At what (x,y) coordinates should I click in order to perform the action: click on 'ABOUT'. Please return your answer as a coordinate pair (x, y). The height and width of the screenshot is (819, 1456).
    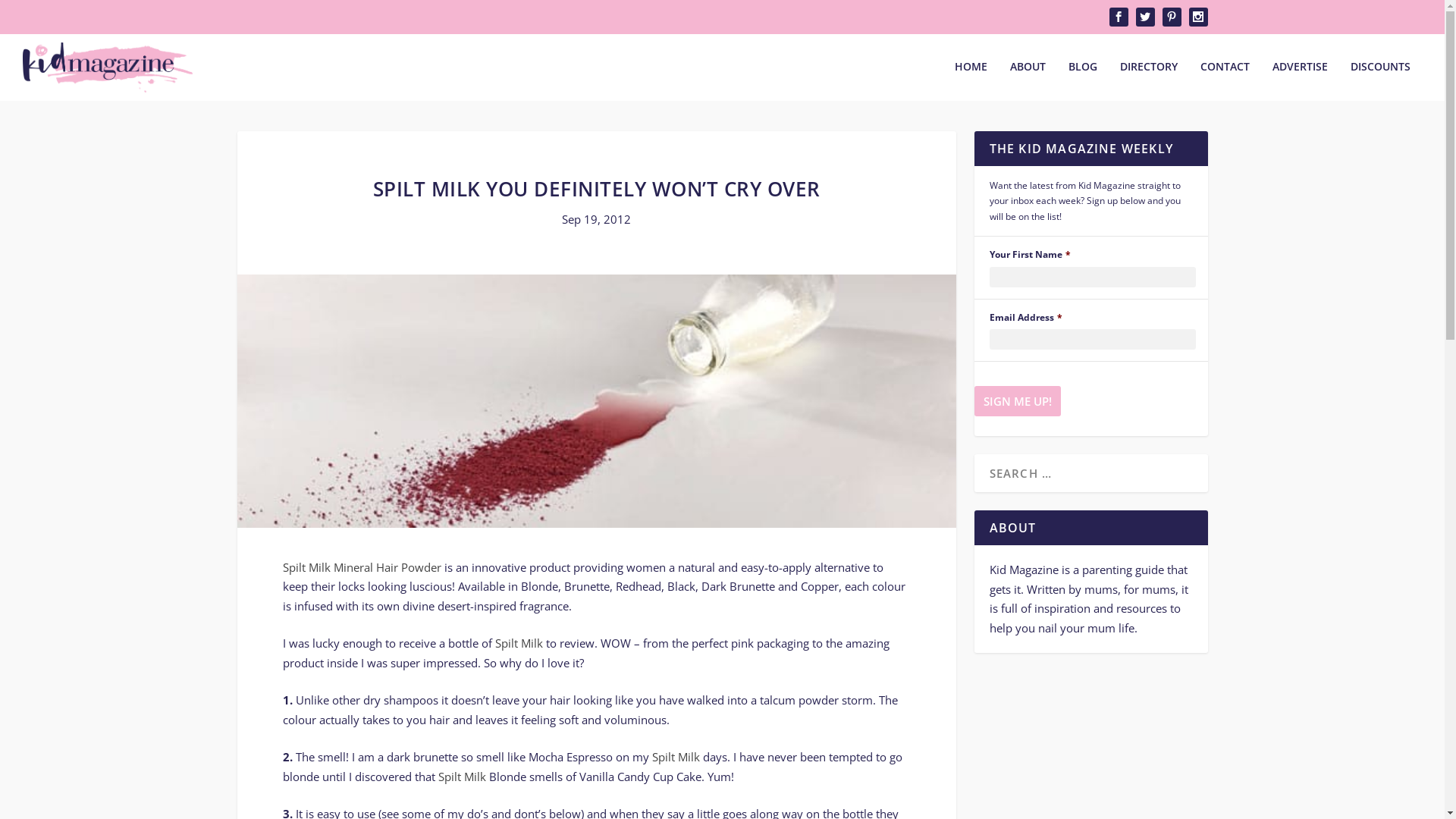
    Looking at the image, I should click on (1028, 80).